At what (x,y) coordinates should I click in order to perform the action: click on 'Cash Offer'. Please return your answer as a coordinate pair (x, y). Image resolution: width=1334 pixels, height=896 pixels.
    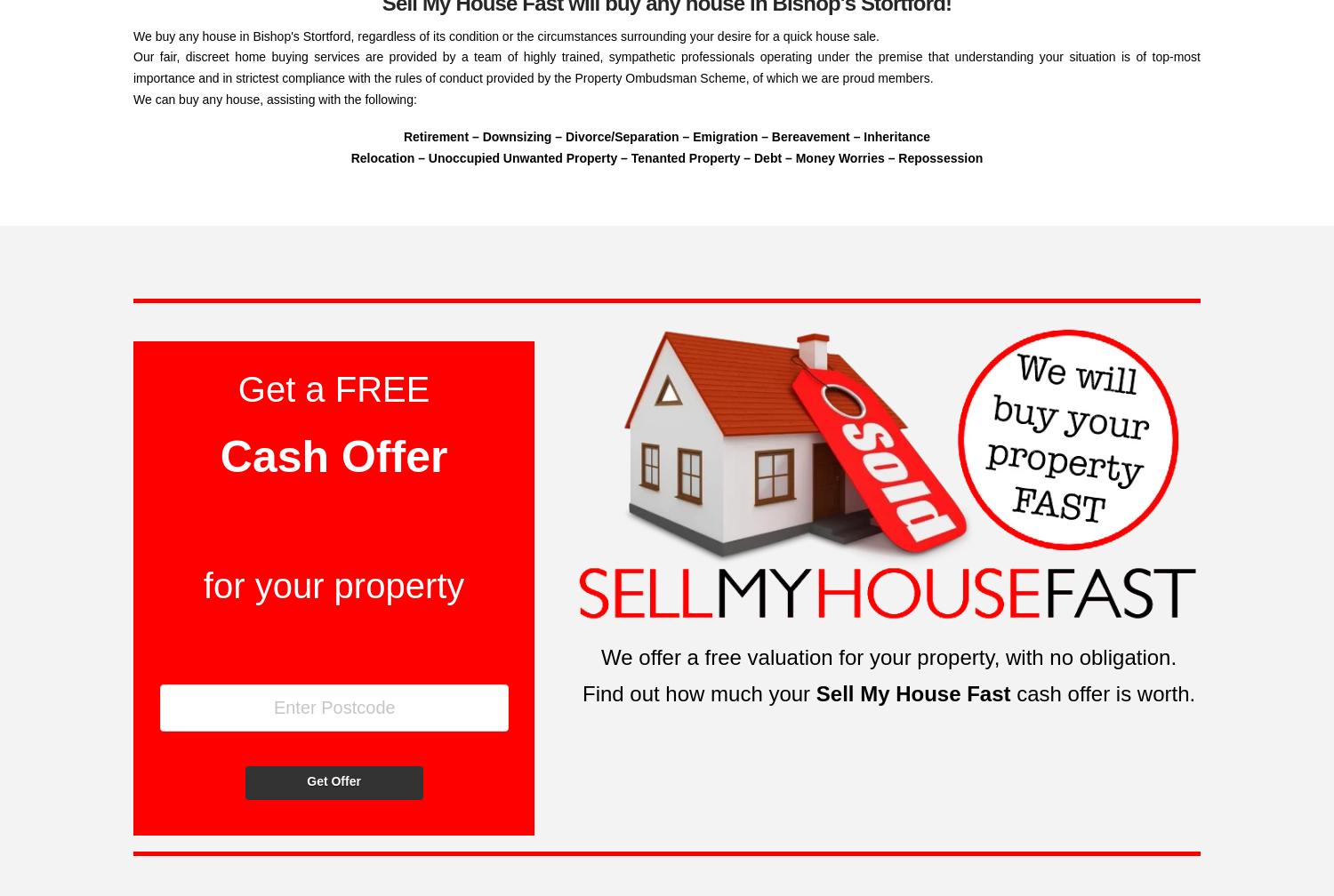
    Looking at the image, I should click on (219, 456).